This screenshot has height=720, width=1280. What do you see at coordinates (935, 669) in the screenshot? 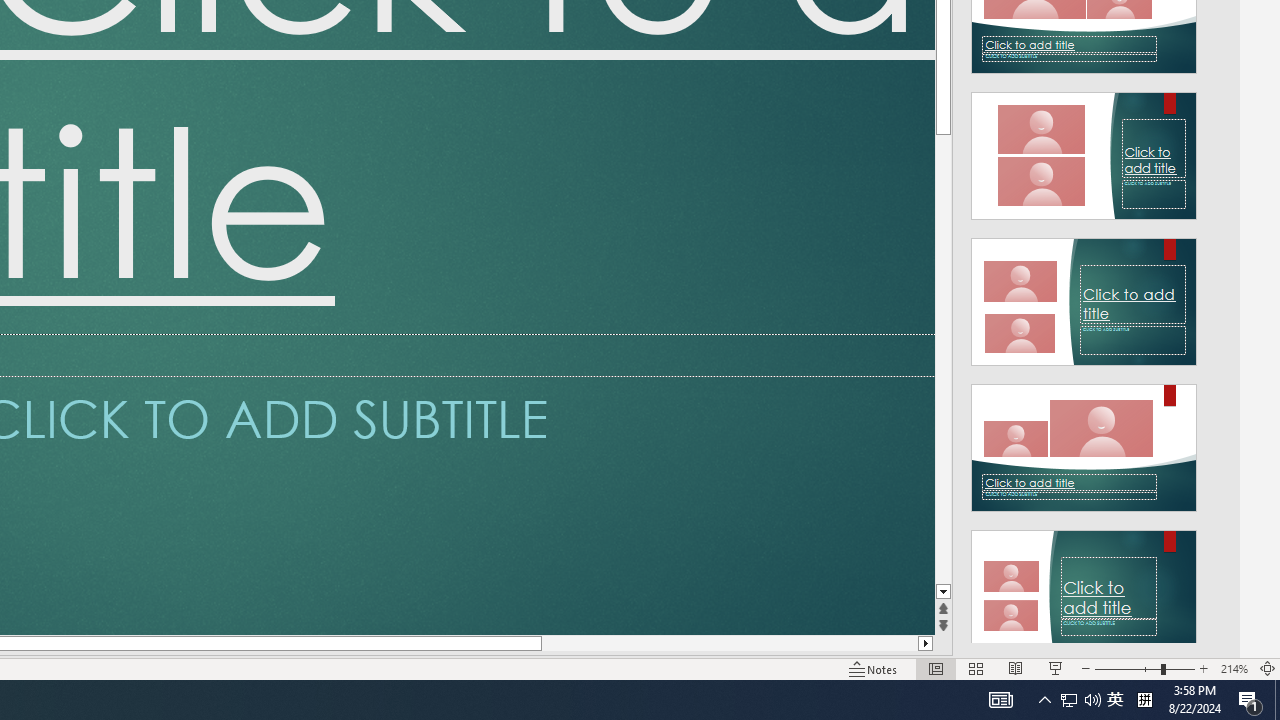
I see `'Normal'` at bounding box center [935, 669].